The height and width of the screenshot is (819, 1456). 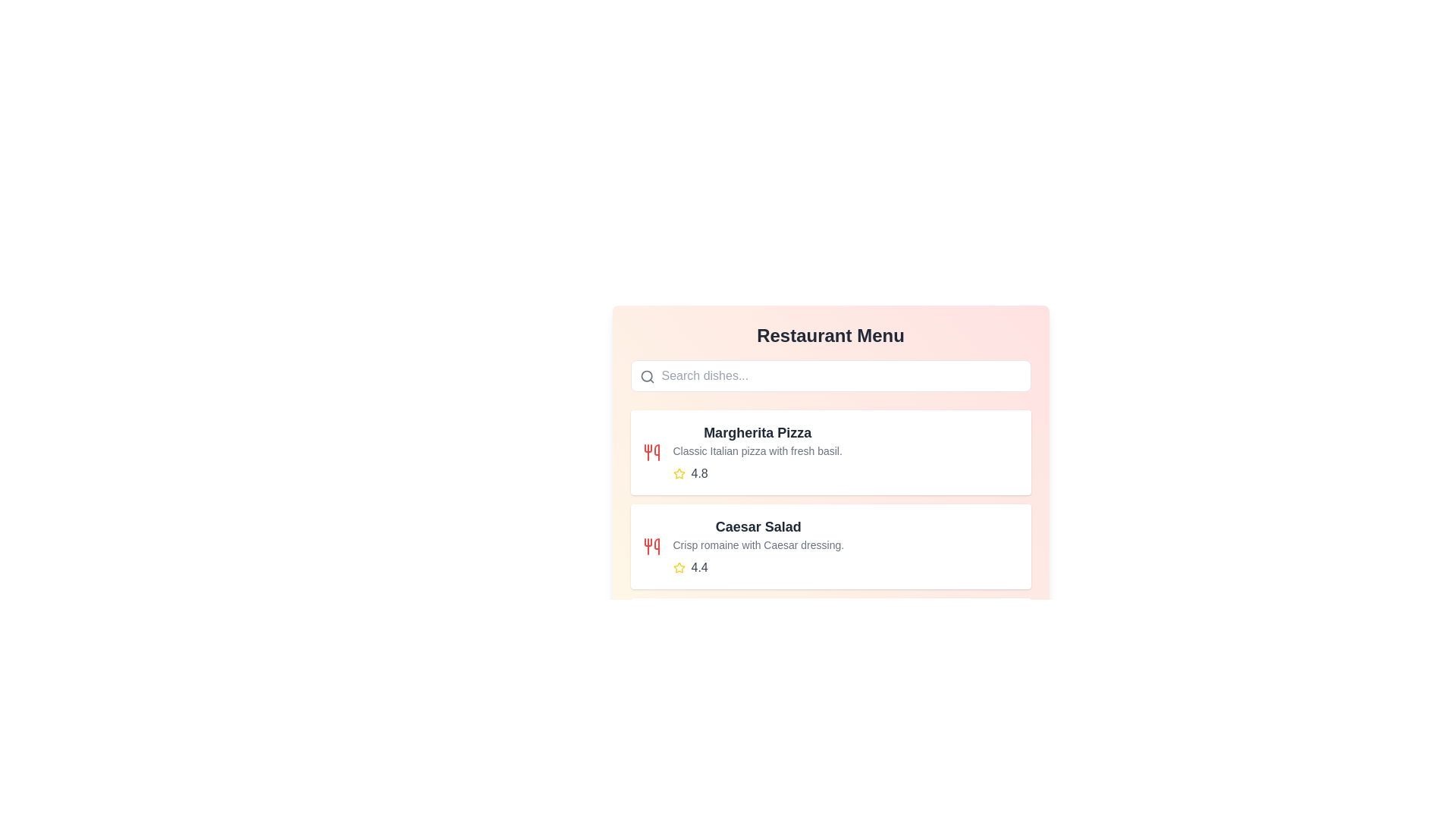 What do you see at coordinates (758, 432) in the screenshot?
I see `text label that serves as the title for the 'Margherita Pizza' menu item, which is positioned above the description and rating within its menu item card` at bounding box center [758, 432].